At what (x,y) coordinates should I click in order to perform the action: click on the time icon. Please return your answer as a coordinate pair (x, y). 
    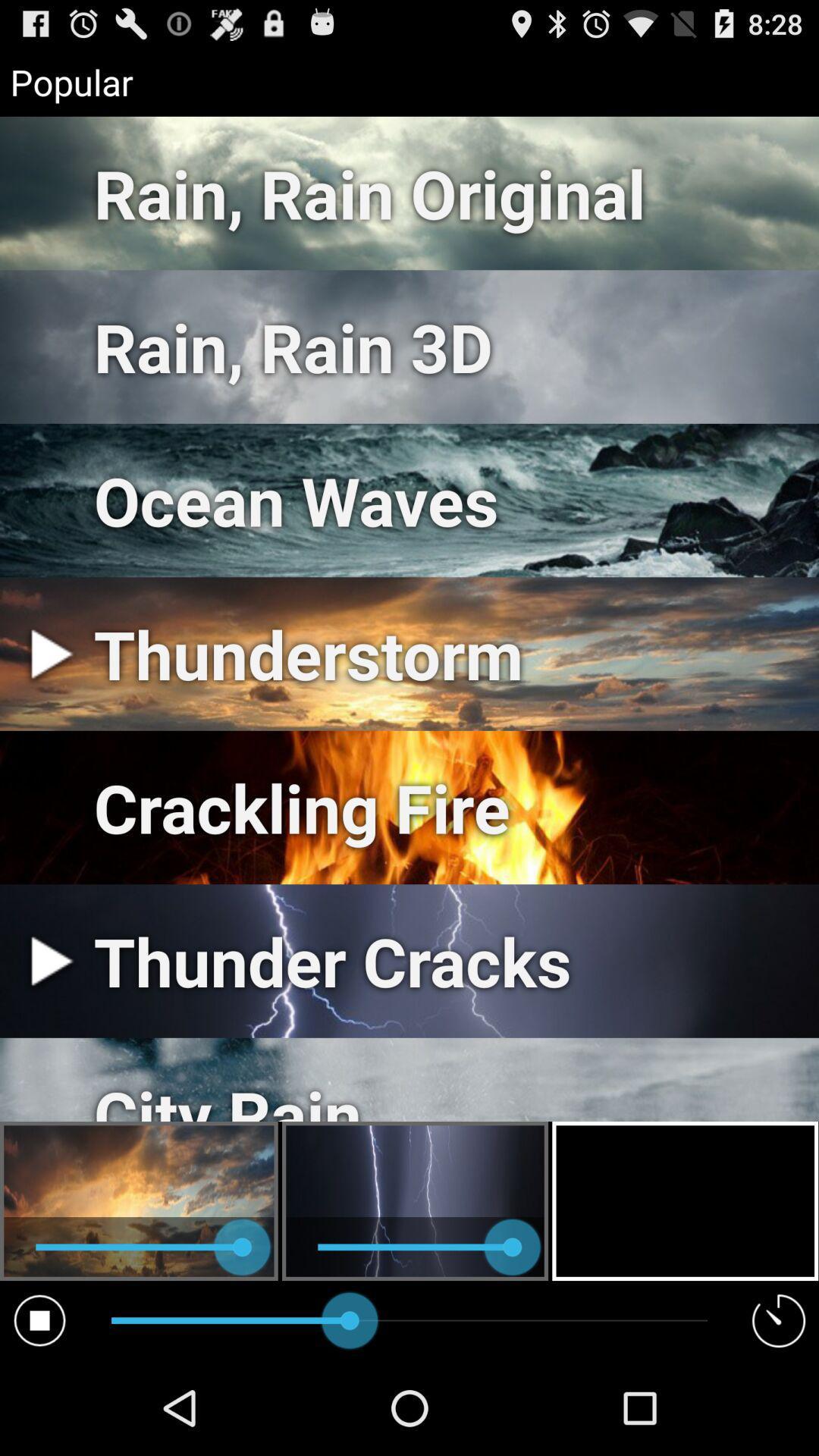
    Looking at the image, I should click on (779, 1412).